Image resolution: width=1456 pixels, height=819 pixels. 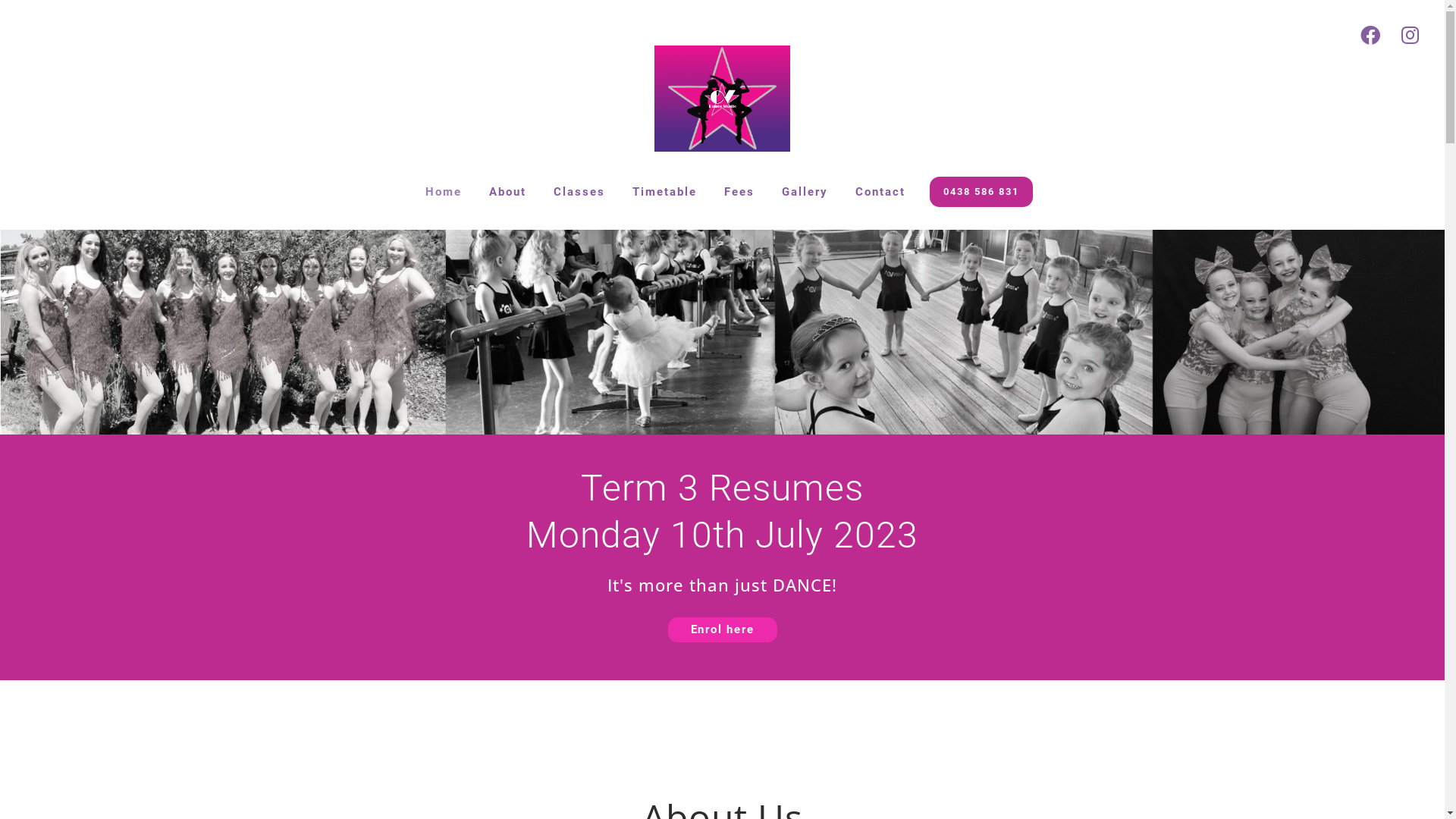 What do you see at coordinates (578, 191) in the screenshot?
I see `'Classes'` at bounding box center [578, 191].